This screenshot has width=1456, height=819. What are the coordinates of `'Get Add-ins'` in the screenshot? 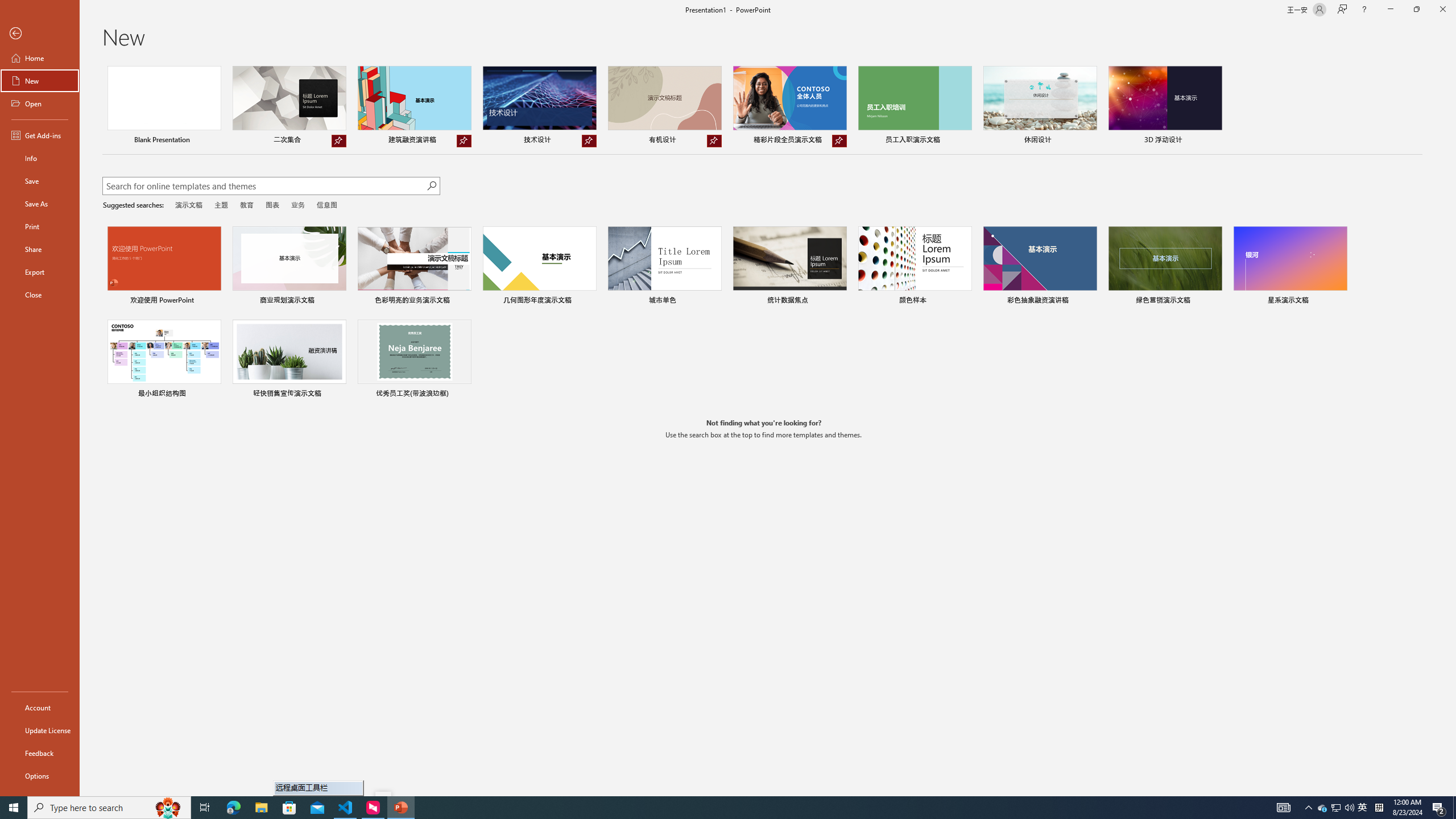 It's located at (39, 135).